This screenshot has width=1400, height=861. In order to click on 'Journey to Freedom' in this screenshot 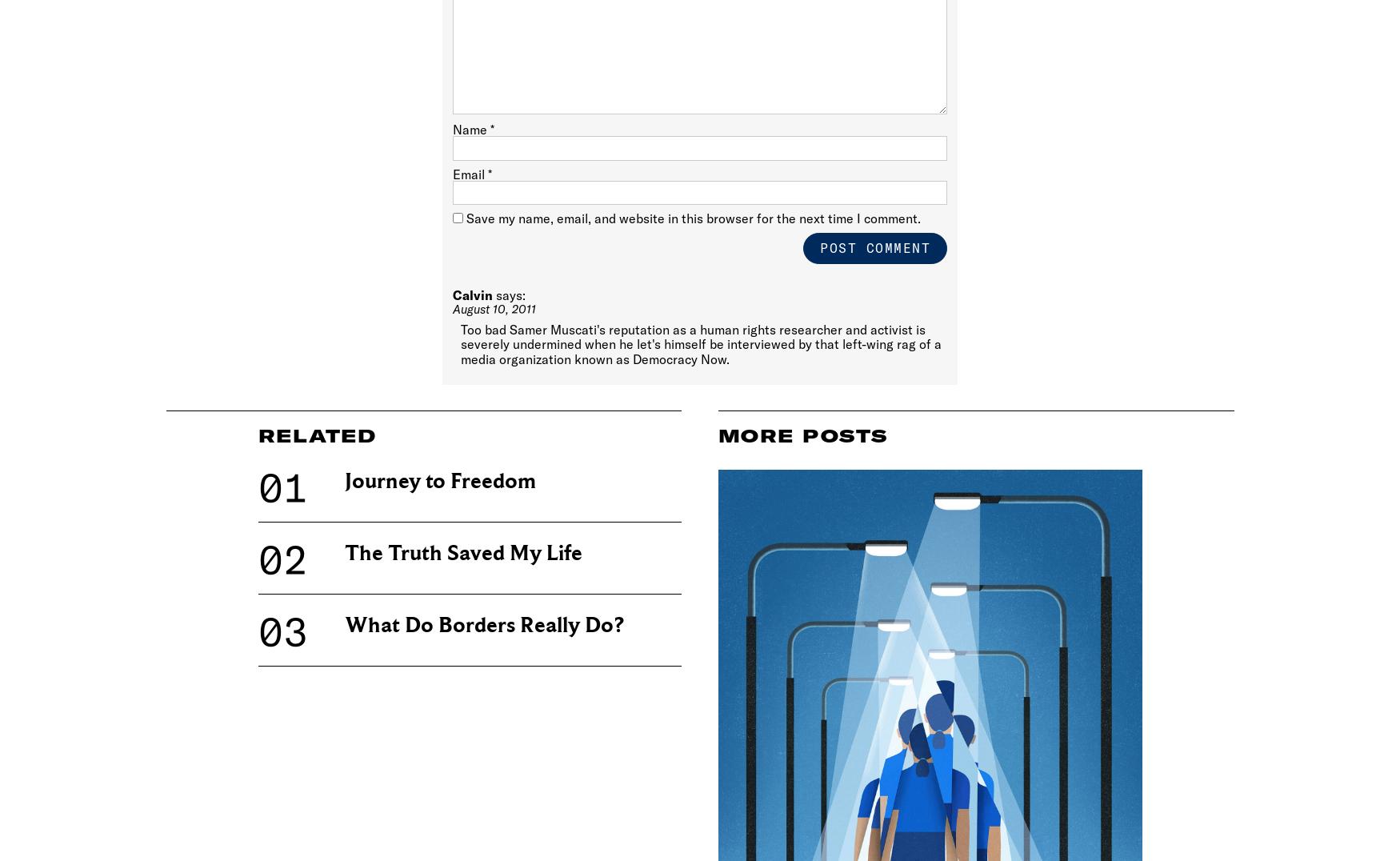, I will do `click(438, 481)`.